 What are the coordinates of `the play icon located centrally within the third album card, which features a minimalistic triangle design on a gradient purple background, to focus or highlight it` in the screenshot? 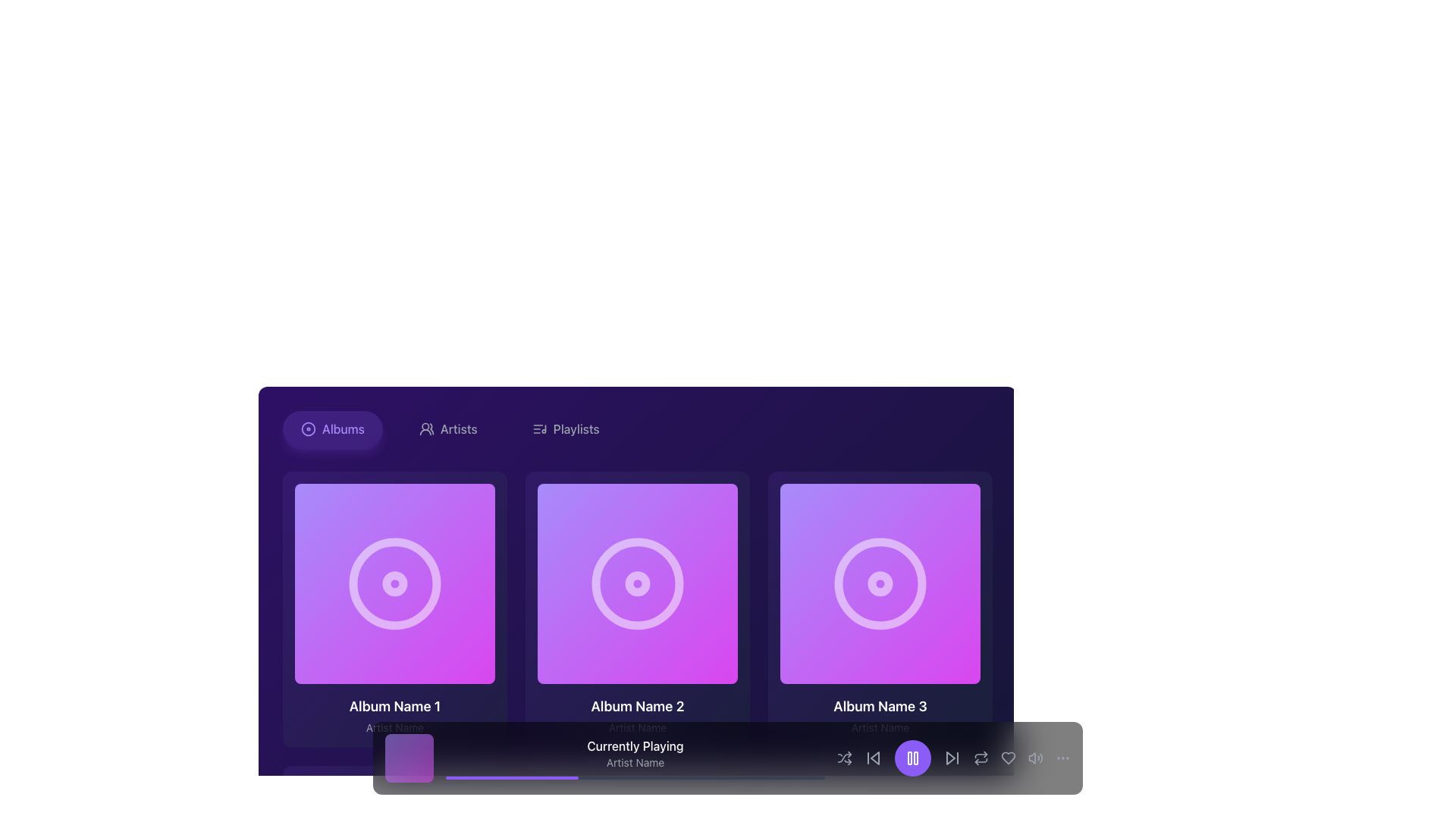 It's located at (880, 583).